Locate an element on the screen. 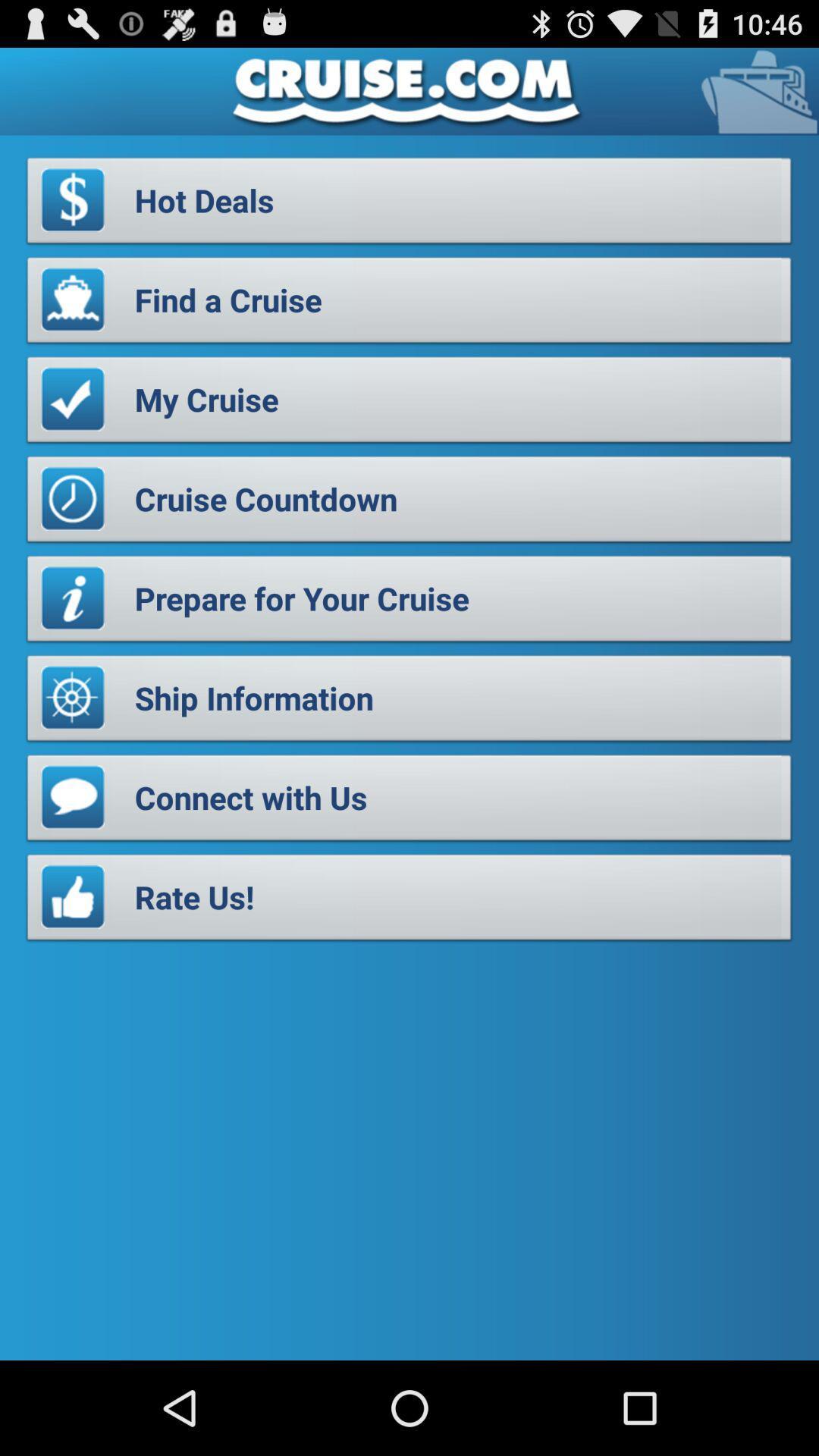 The width and height of the screenshot is (819, 1456). the ship information item is located at coordinates (409, 701).